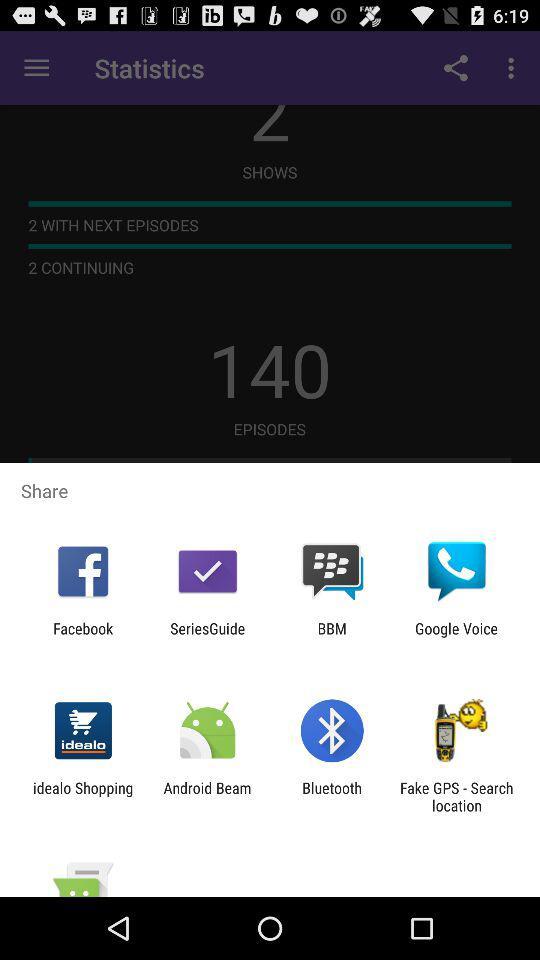  Describe the element at coordinates (82, 636) in the screenshot. I see `icon to the left of the seriesguide item` at that location.